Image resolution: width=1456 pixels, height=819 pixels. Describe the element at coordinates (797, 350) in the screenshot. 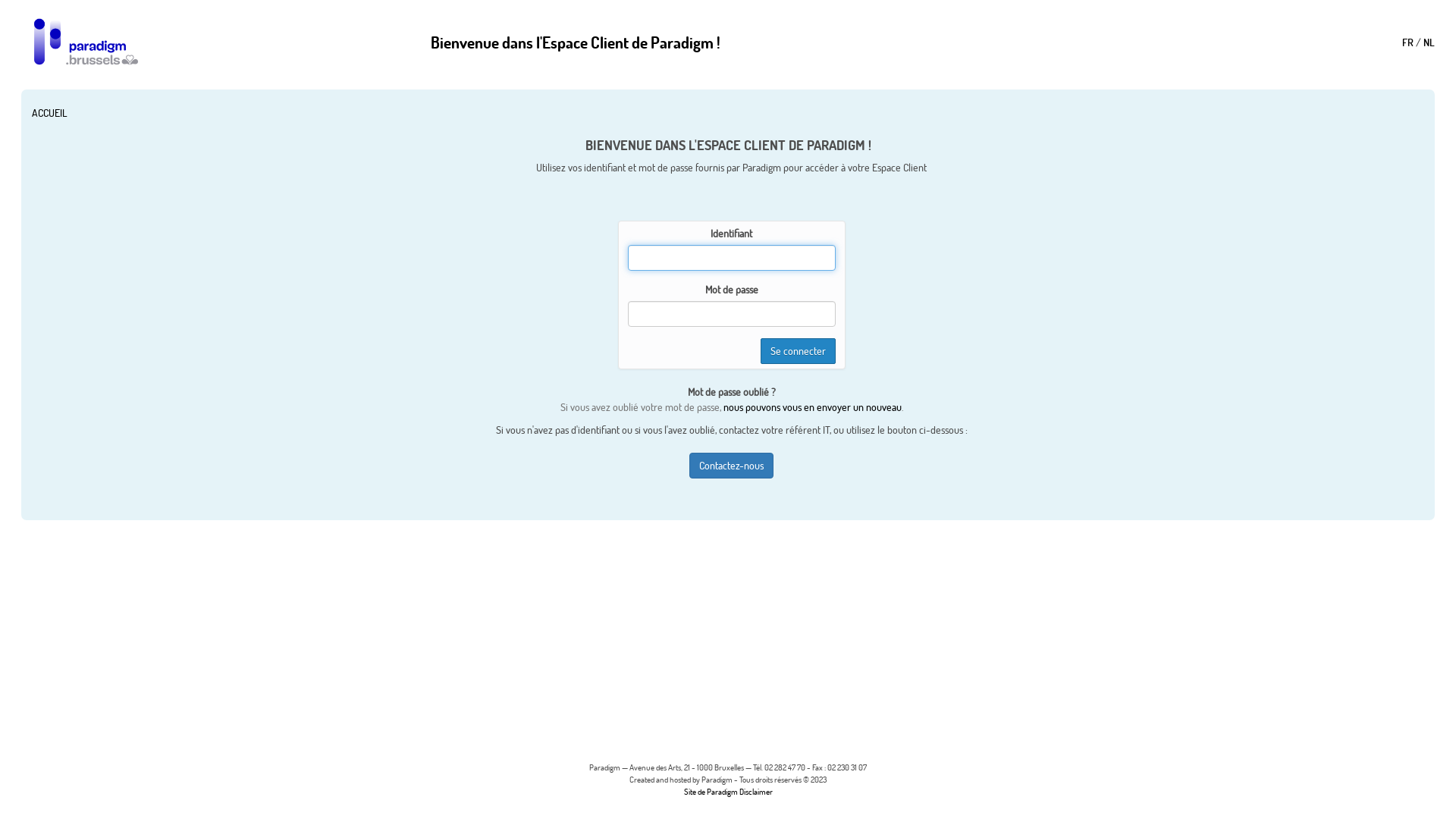

I see `'Se connecter'` at that location.